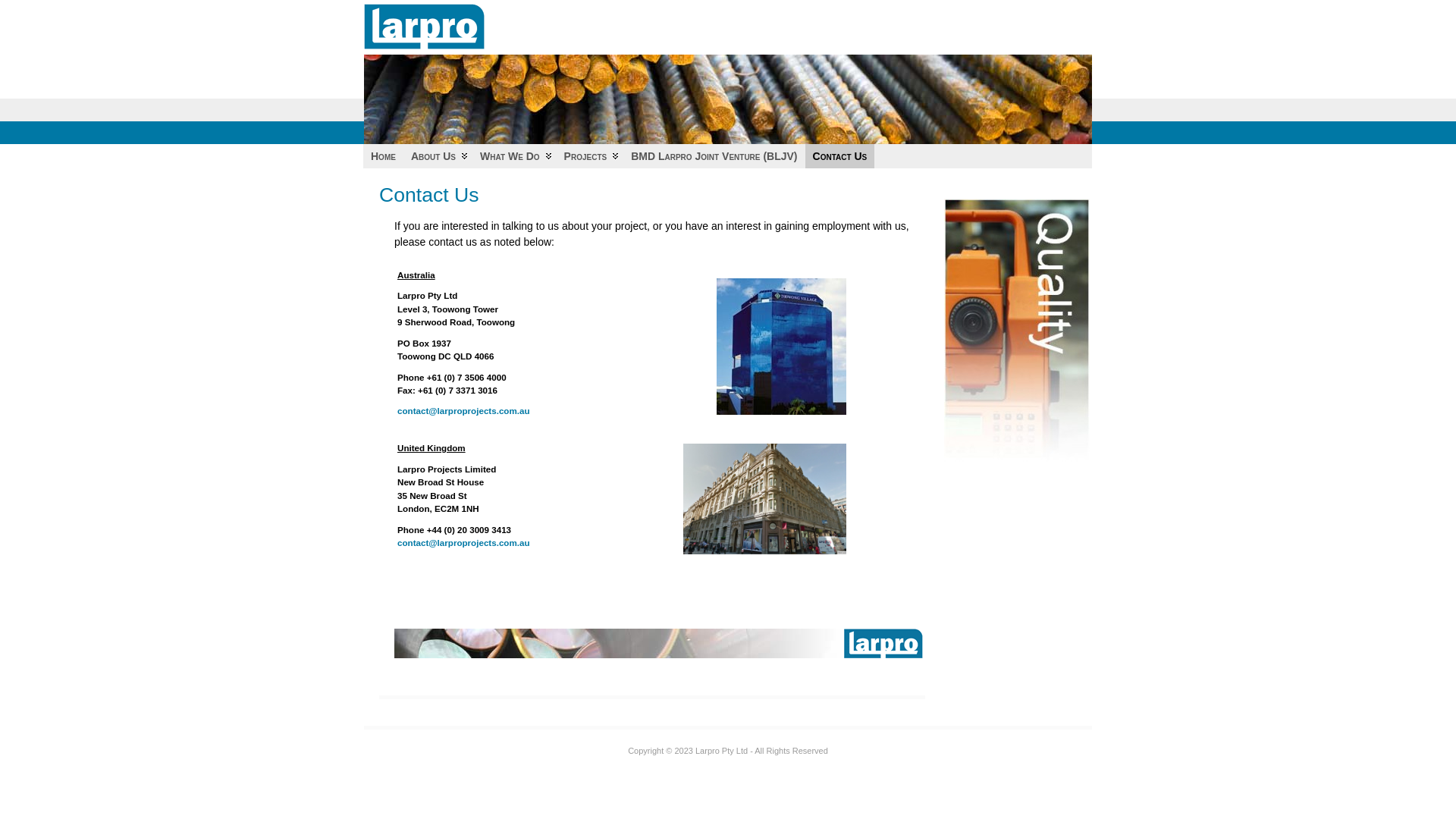  I want to click on 'What We Do', so click(472, 155).